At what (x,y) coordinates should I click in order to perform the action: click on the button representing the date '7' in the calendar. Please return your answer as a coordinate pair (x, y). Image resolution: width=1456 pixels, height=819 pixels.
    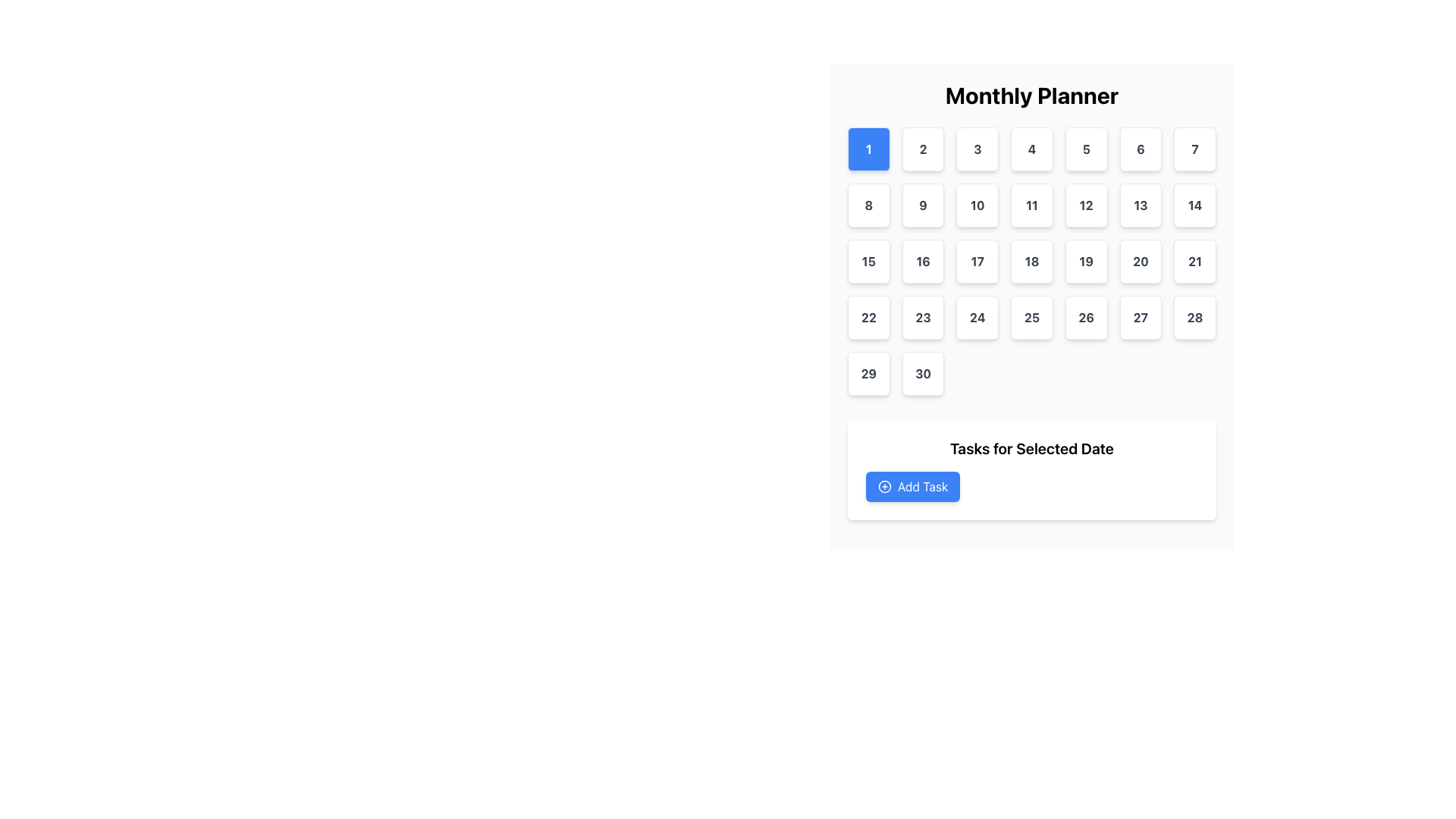
    Looking at the image, I should click on (1194, 149).